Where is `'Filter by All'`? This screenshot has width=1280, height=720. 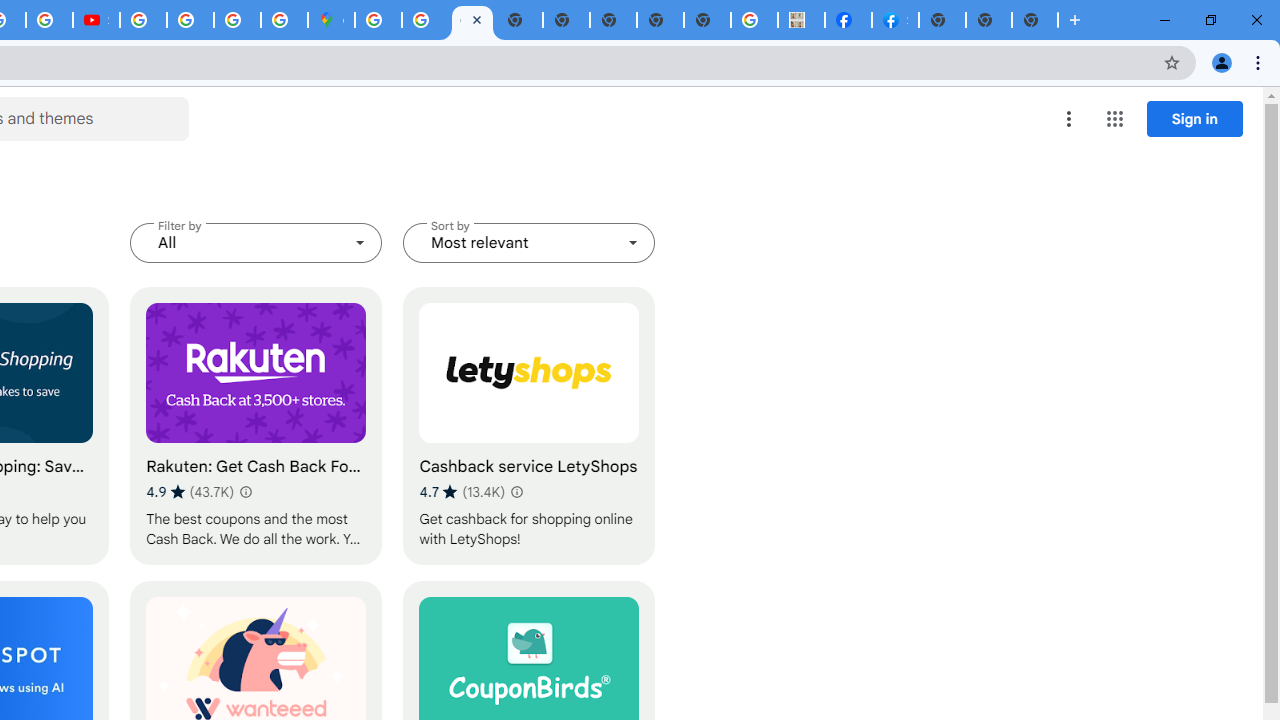 'Filter by All' is located at coordinates (255, 242).